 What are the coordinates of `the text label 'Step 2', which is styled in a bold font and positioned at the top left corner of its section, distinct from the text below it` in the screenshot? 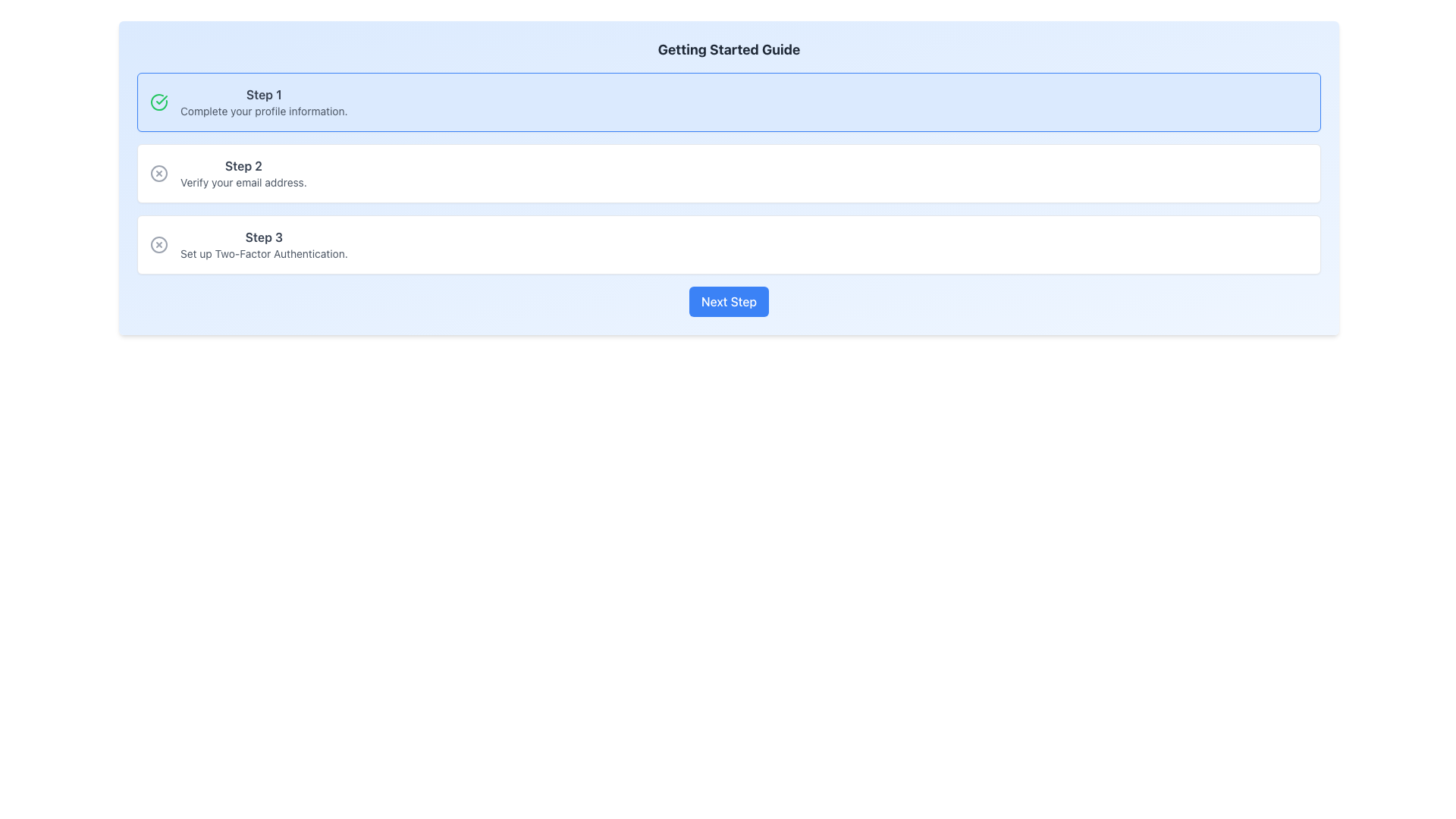 It's located at (243, 166).